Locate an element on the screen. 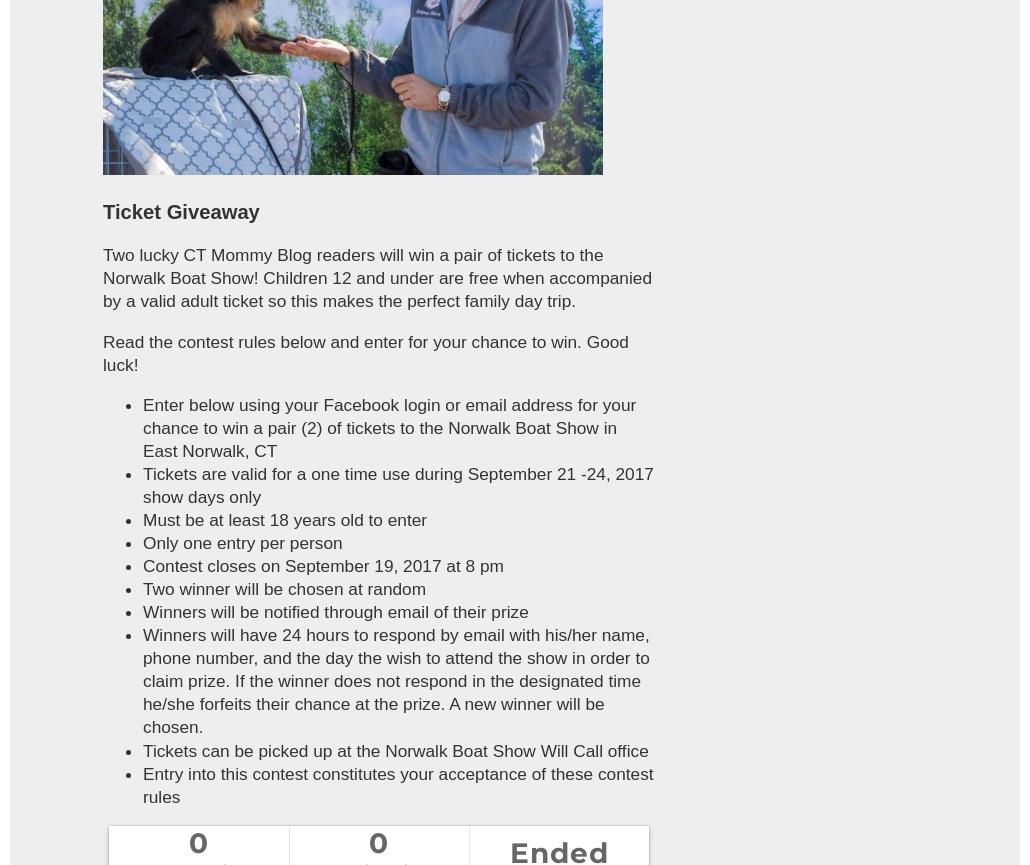  'Only one entry per person' is located at coordinates (141, 541).